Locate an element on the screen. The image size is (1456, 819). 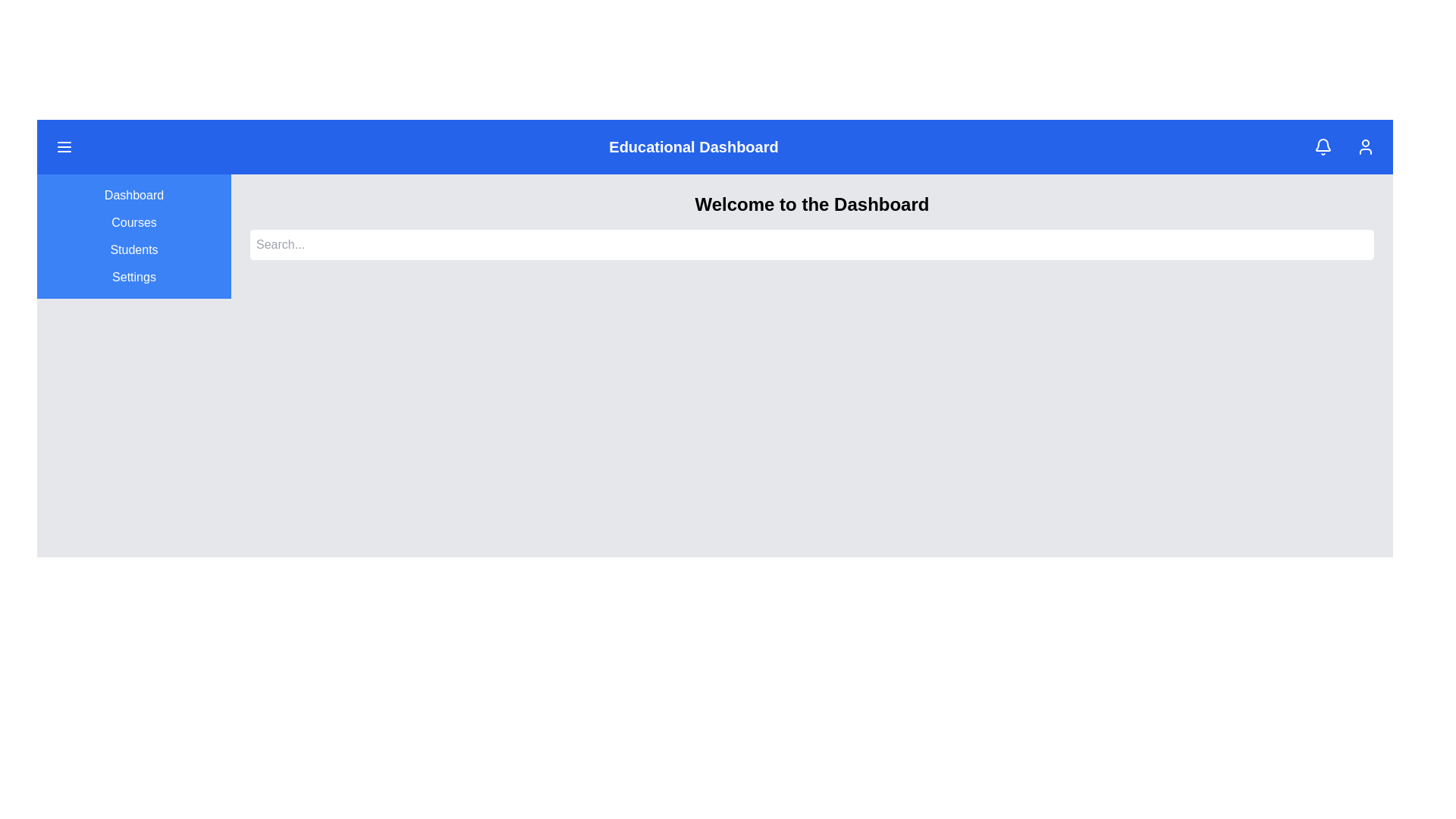
the user profile icon located at the top-right corner of the header is located at coordinates (1365, 146).